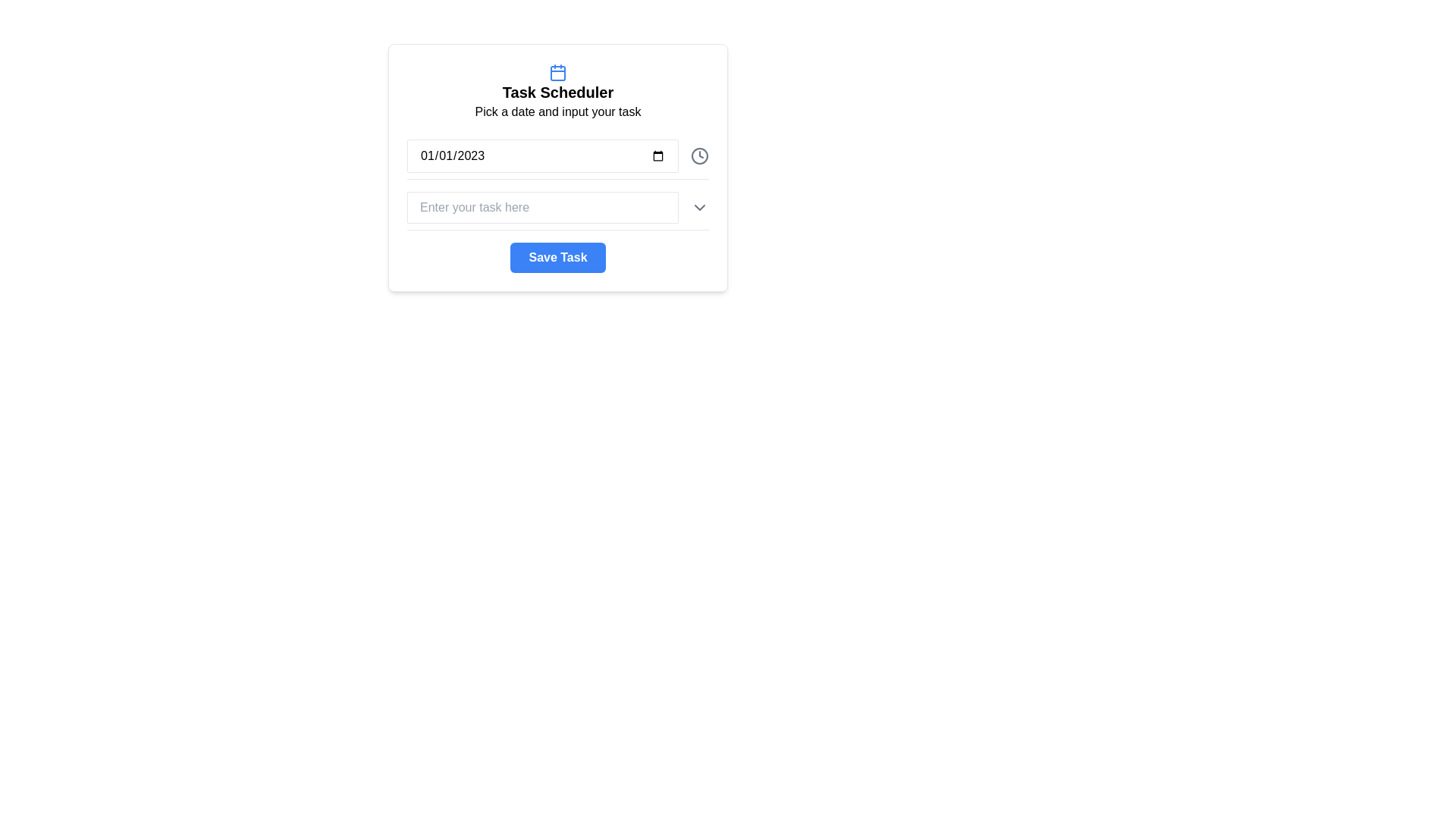 The image size is (1456, 819). I want to click on the Text Label that serves as the title for scheduling tasks, positioned between a calendar icon and a subtitle saying 'Pick a date and input your task', so click(557, 91).